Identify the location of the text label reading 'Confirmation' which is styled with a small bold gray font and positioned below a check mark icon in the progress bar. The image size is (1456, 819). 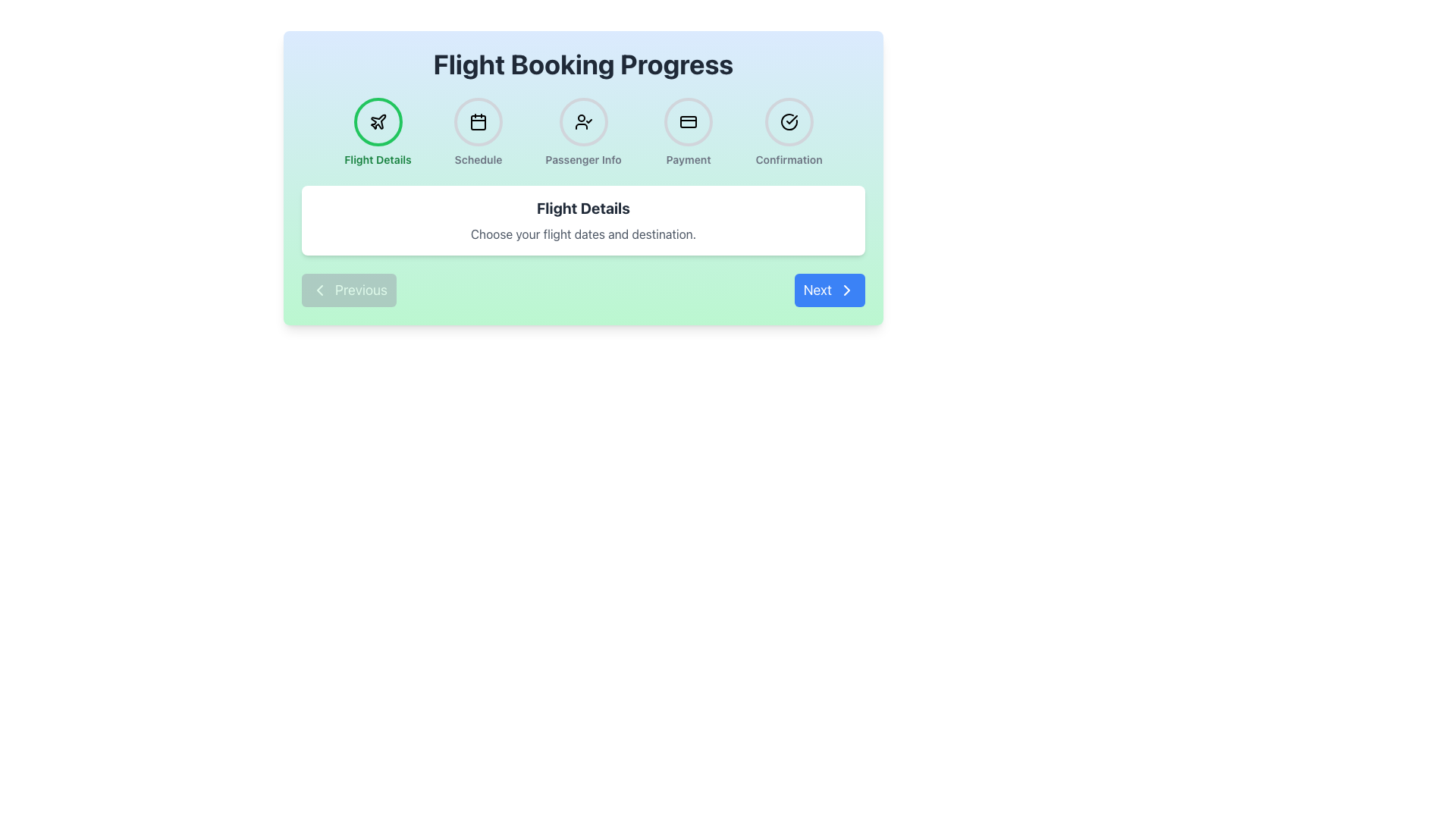
(789, 160).